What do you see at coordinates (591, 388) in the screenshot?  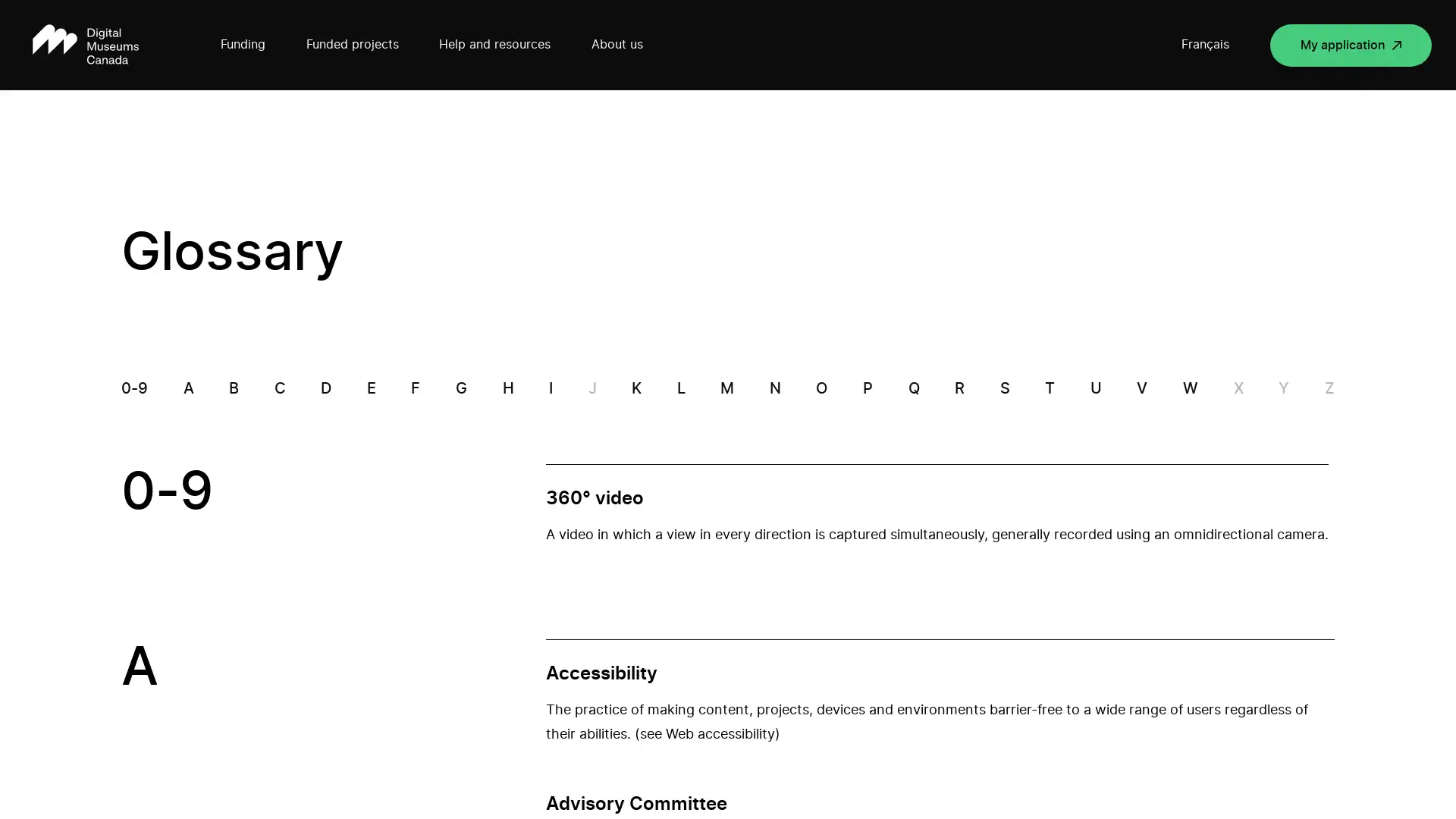 I see `J` at bounding box center [591, 388].